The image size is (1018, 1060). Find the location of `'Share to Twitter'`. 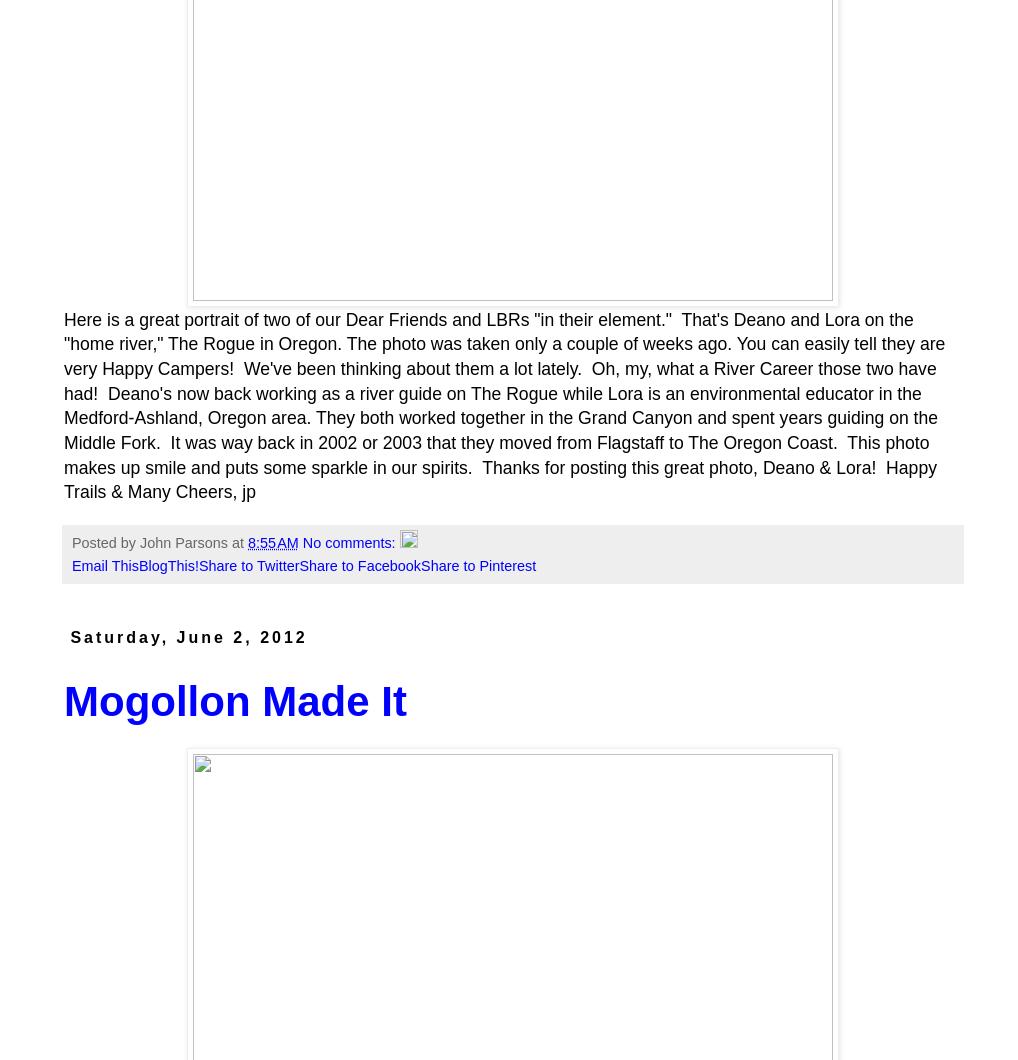

'Share to Twitter' is located at coordinates (247, 564).